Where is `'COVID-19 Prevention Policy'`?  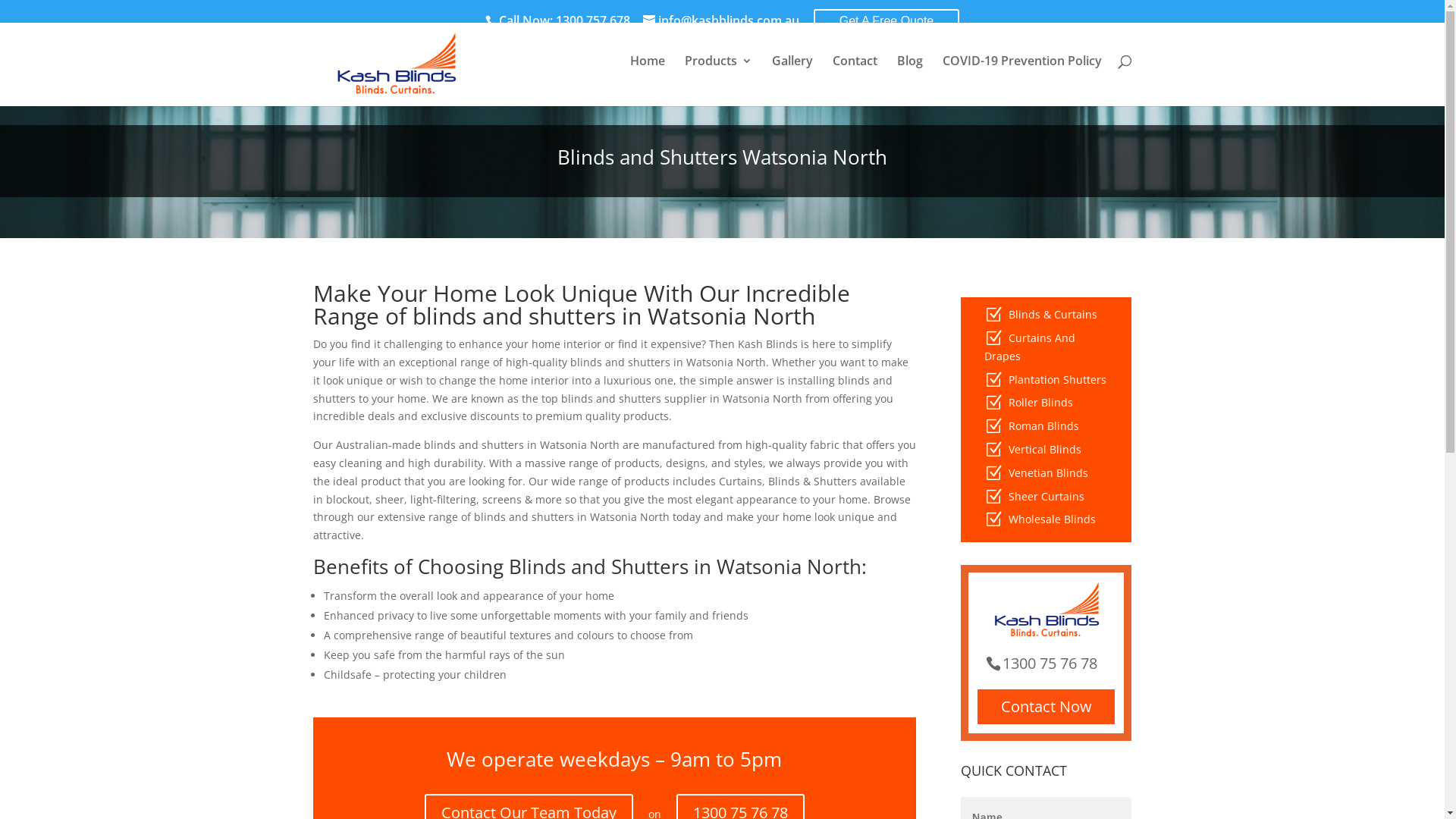
'COVID-19 Prevention Policy' is located at coordinates (1021, 73).